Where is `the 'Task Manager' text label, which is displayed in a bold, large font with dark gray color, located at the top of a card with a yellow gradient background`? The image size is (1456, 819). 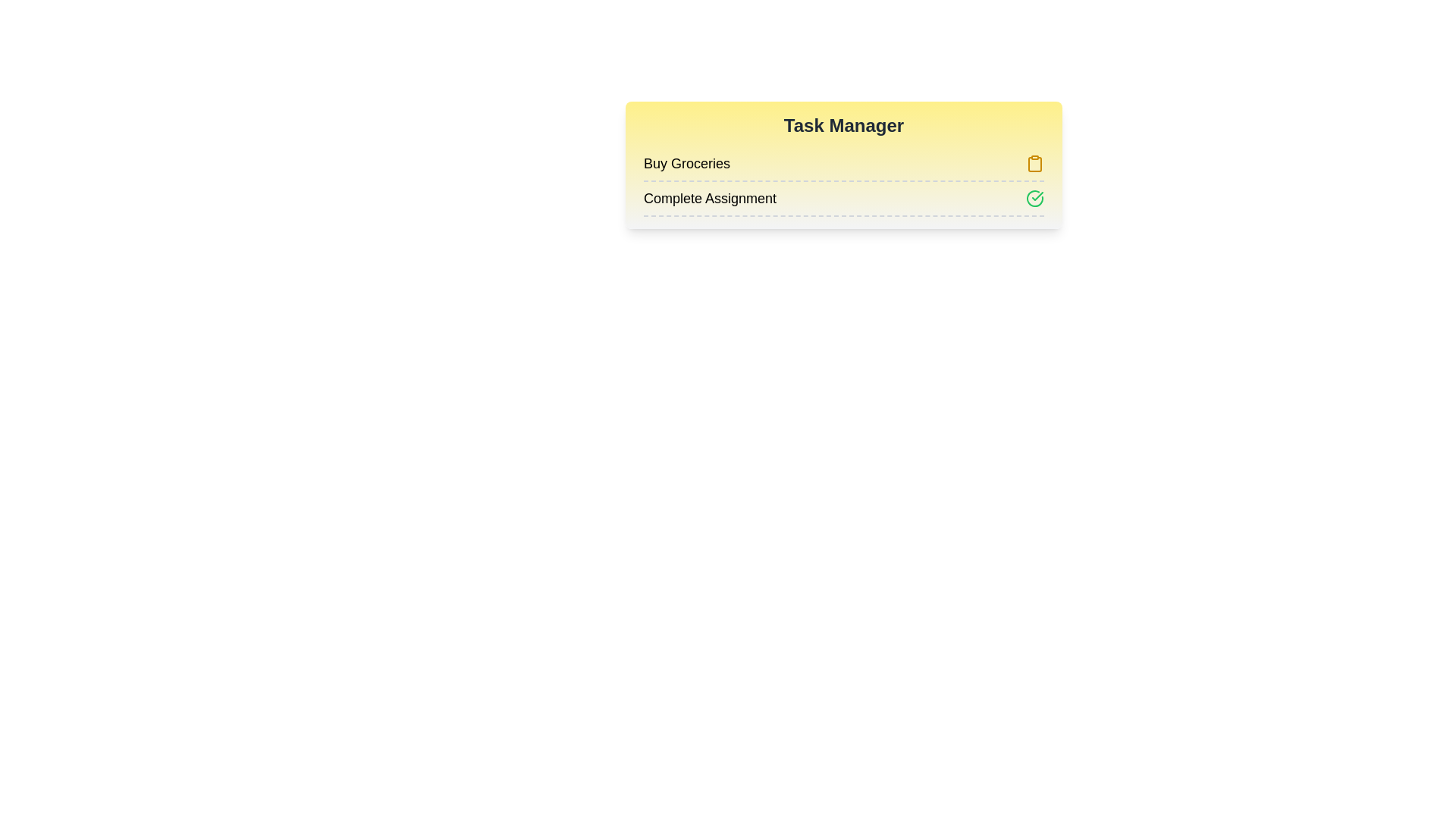
the 'Task Manager' text label, which is displayed in a bold, large font with dark gray color, located at the top of a card with a yellow gradient background is located at coordinates (843, 124).